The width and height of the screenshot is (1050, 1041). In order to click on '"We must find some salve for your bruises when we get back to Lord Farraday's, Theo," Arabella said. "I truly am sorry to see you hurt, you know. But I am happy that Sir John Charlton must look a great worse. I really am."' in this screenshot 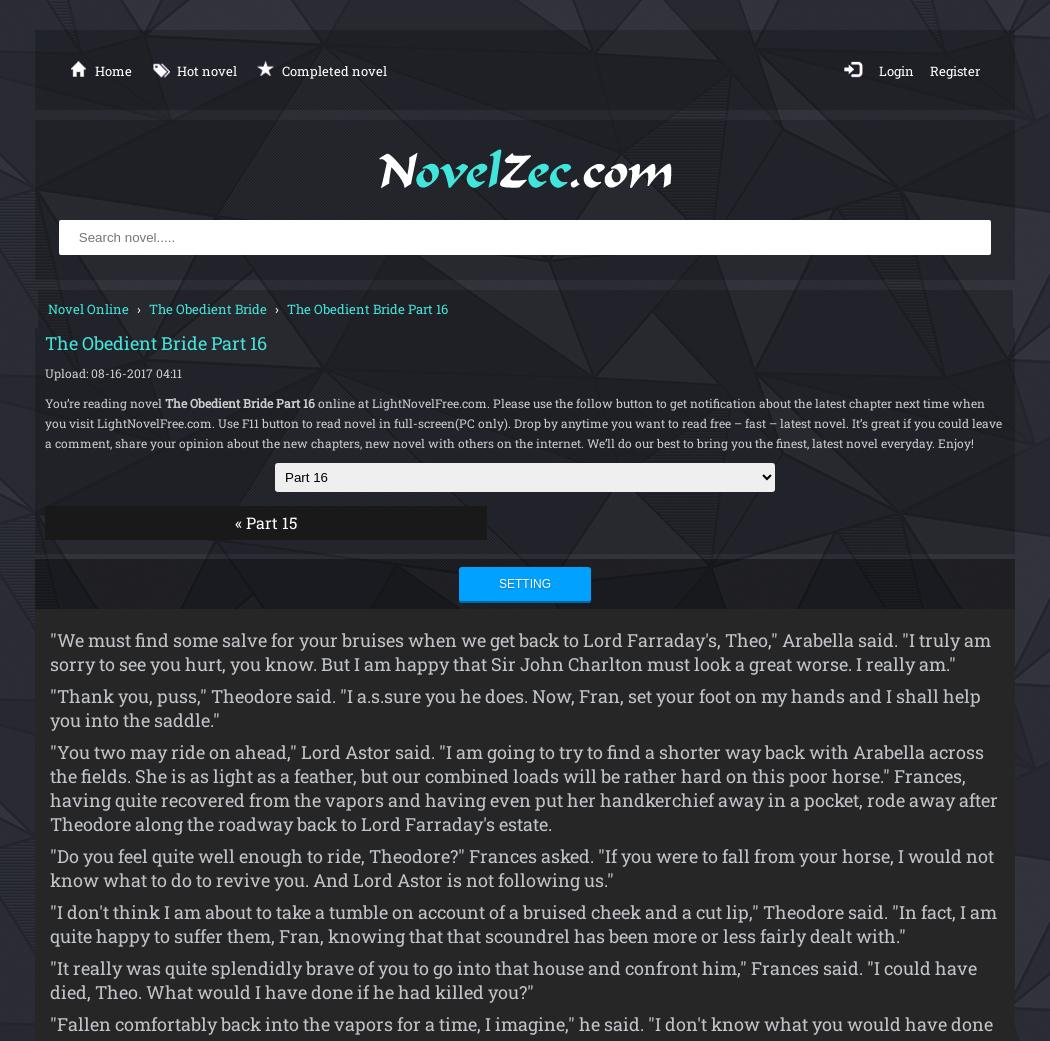, I will do `click(48, 650)`.